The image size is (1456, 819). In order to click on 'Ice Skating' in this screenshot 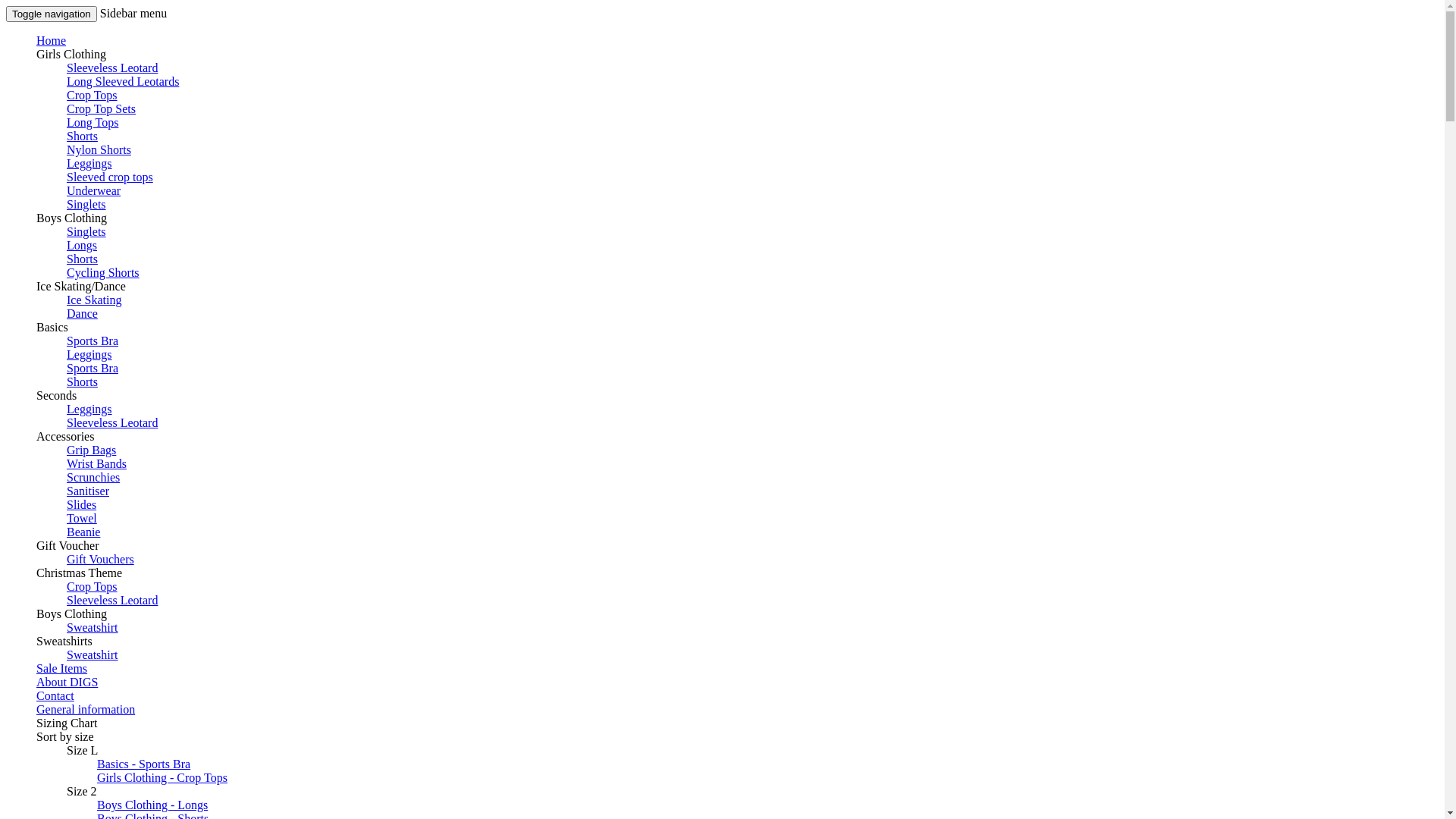, I will do `click(93, 300)`.